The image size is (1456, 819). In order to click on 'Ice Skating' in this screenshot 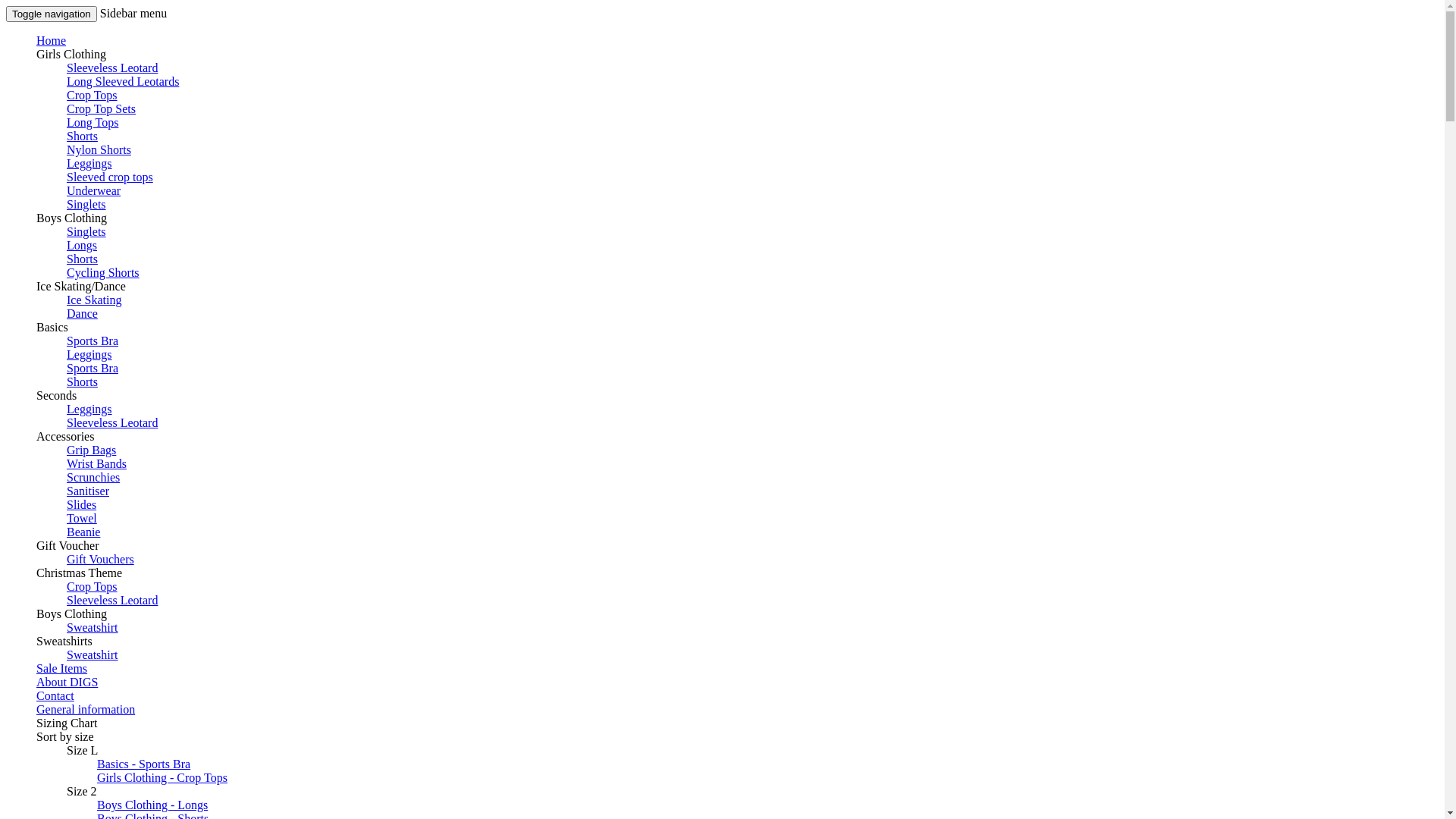, I will do `click(93, 300)`.